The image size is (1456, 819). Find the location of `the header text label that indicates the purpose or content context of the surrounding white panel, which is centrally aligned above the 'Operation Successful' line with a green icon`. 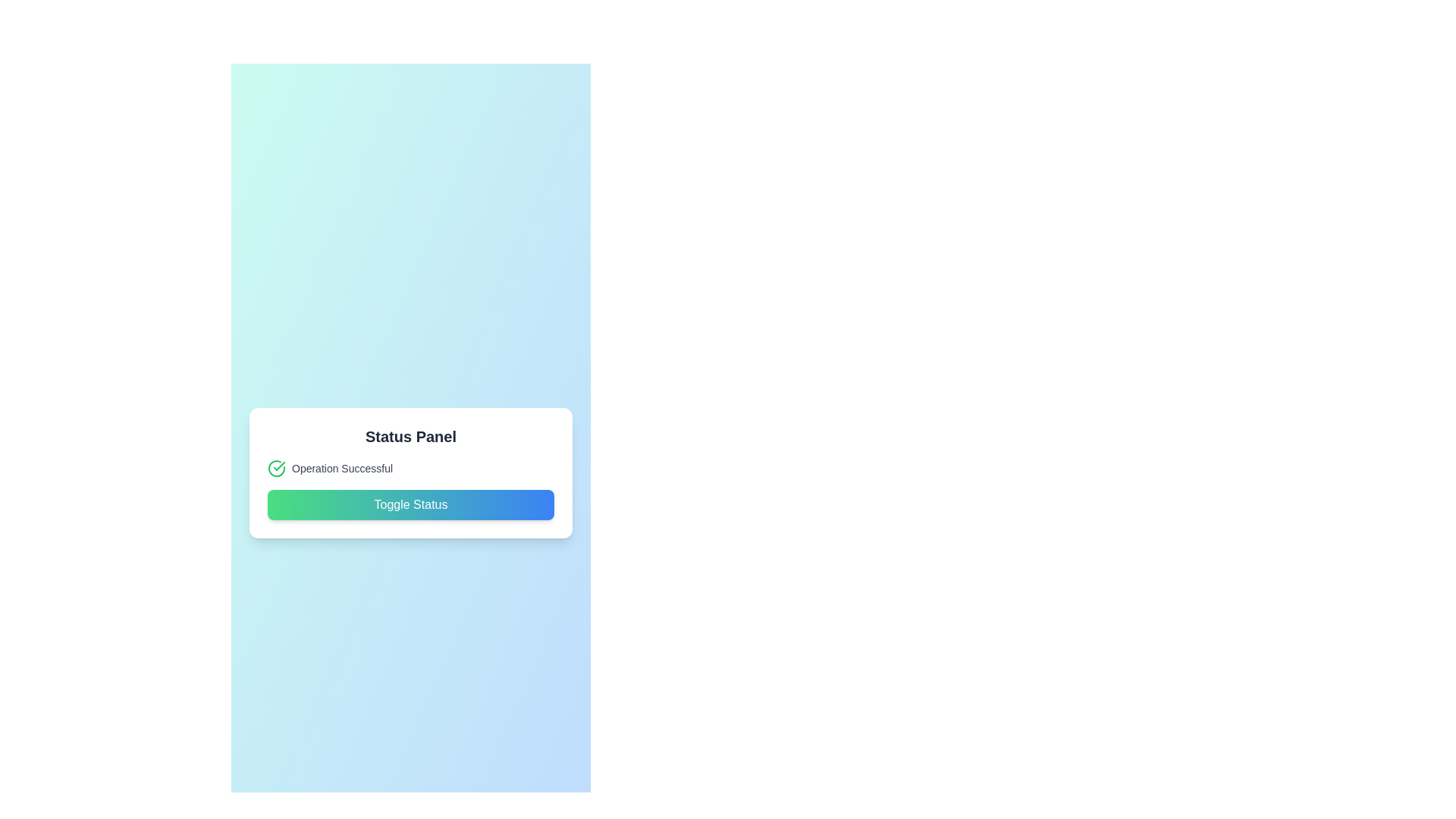

the header text label that indicates the purpose or content context of the surrounding white panel, which is centrally aligned above the 'Operation Successful' line with a green icon is located at coordinates (411, 436).